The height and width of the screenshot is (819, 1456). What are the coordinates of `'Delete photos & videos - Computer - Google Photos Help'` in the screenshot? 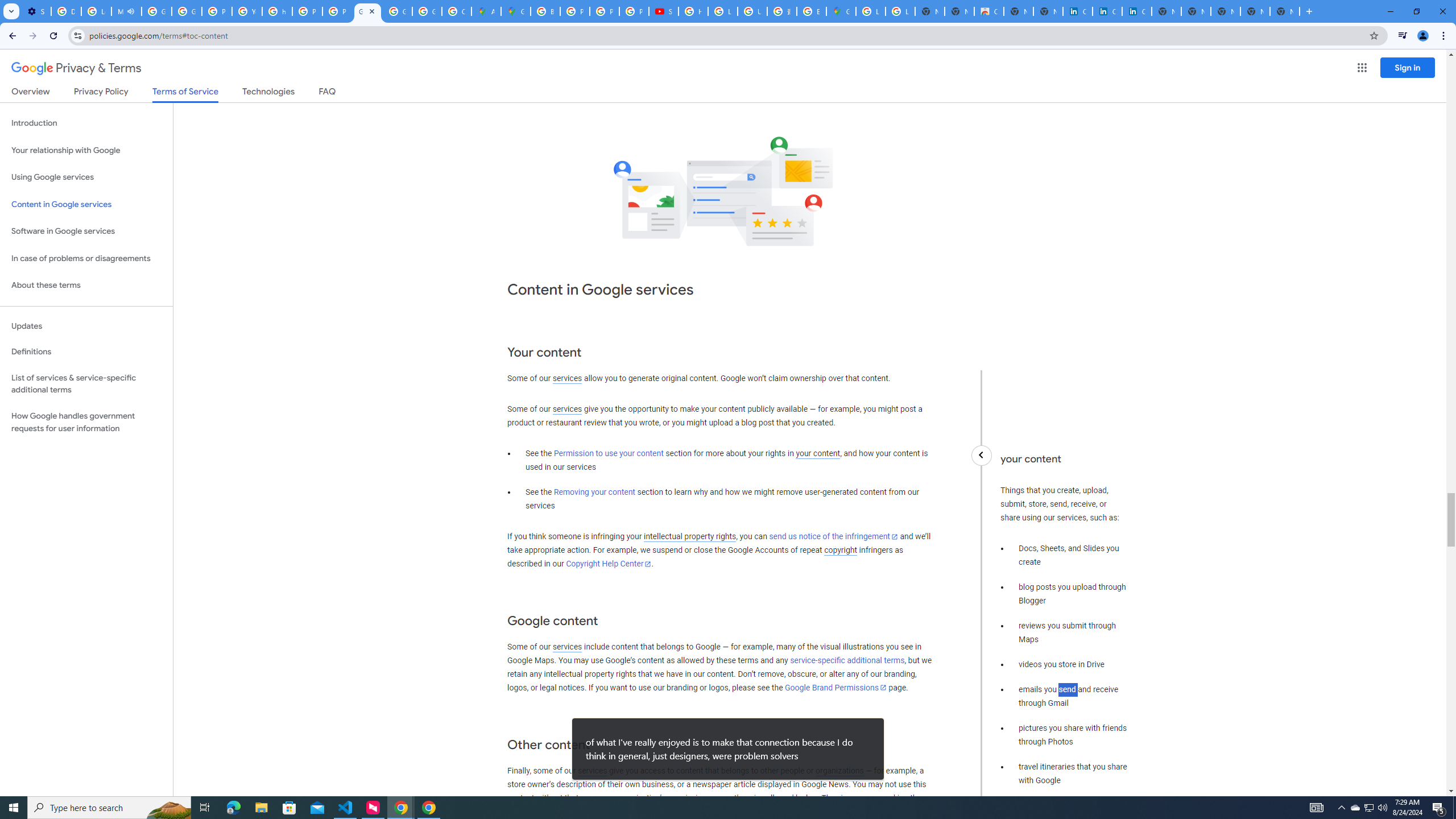 It's located at (65, 11).